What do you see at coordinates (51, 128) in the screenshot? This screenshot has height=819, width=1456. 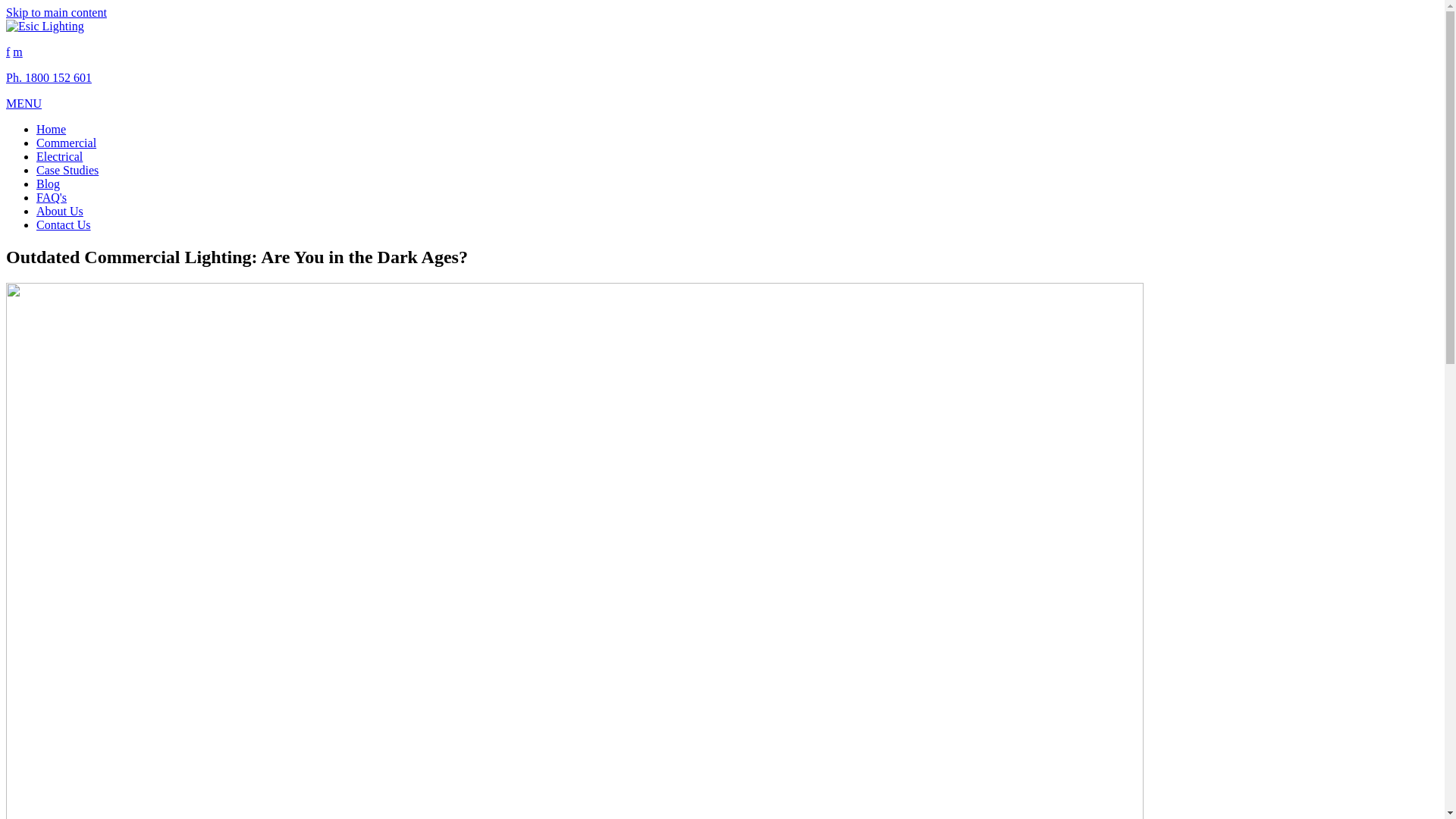 I see `'Home'` at bounding box center [51, 128].